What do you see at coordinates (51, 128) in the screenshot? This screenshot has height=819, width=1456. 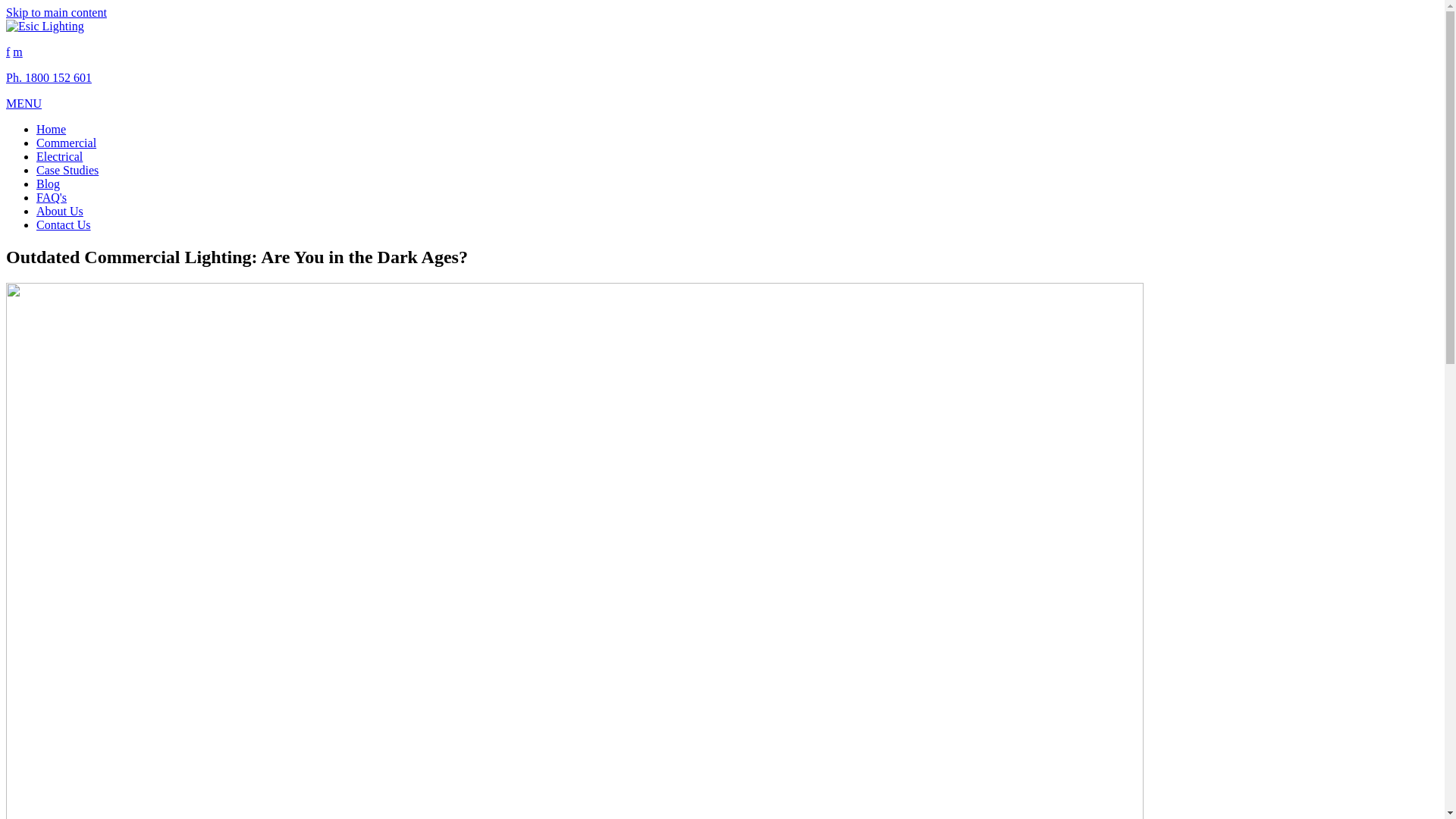 I see `'Home'` at bounding box center [51, 128].